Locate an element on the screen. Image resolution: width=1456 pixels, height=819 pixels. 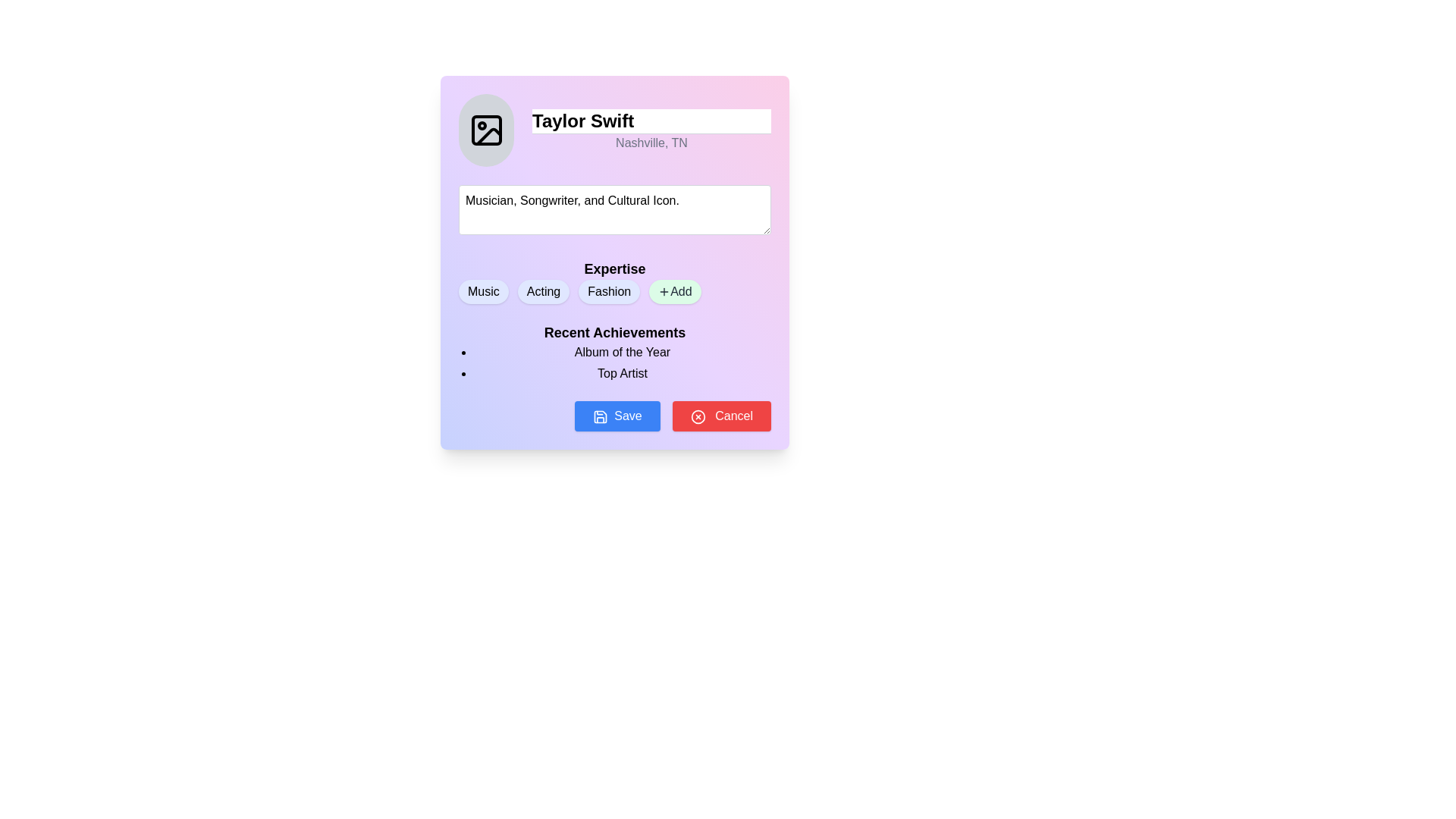
the contents of the bulleted list containing 'Album of the Year' and 'Top Artist' located below the 'Recent Achievements' header is located at coordinates (615, 362).